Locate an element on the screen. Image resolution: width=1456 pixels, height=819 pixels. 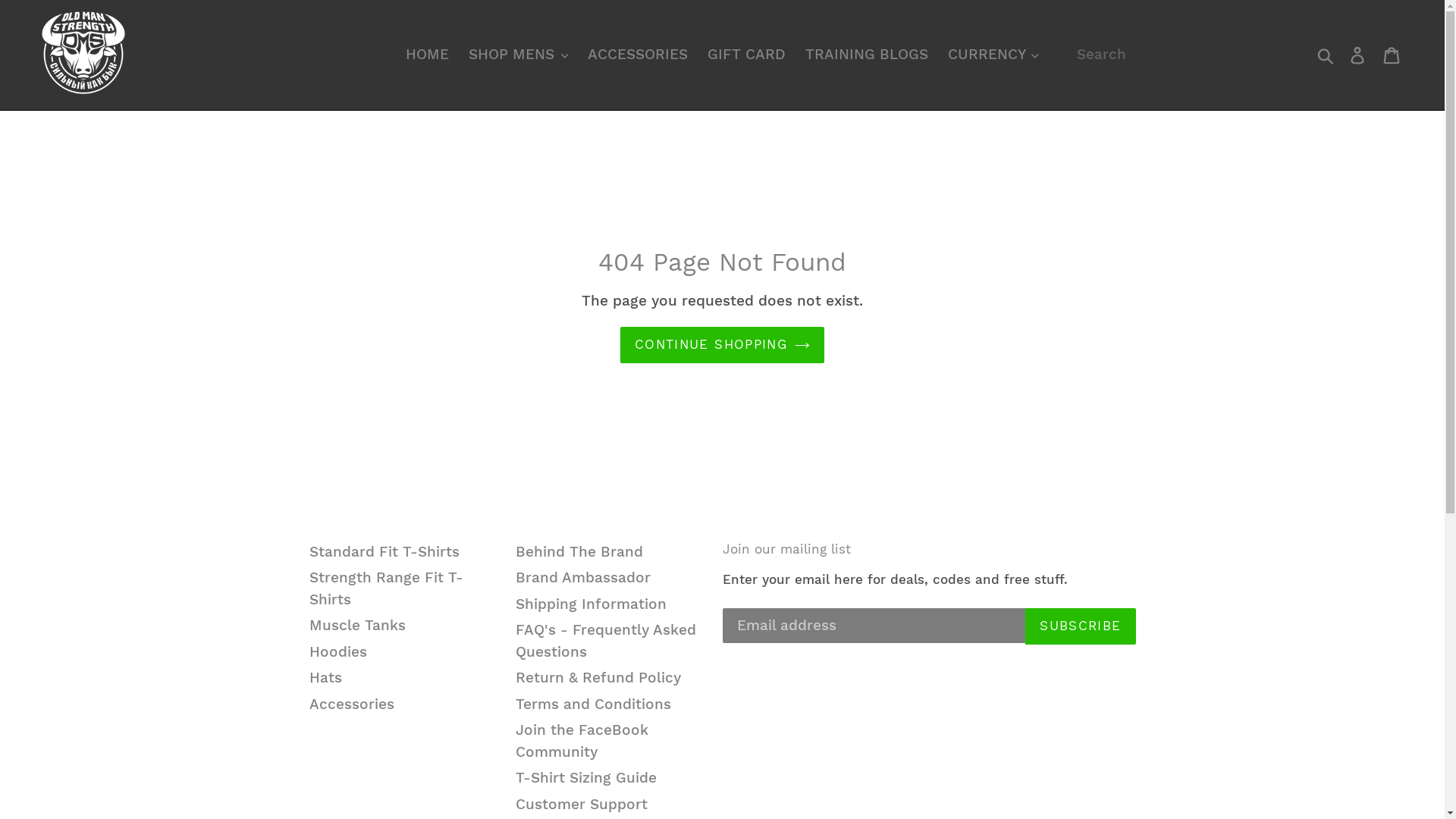
'Standard Fit T-Shirts' is located at coordinates (384, 551).